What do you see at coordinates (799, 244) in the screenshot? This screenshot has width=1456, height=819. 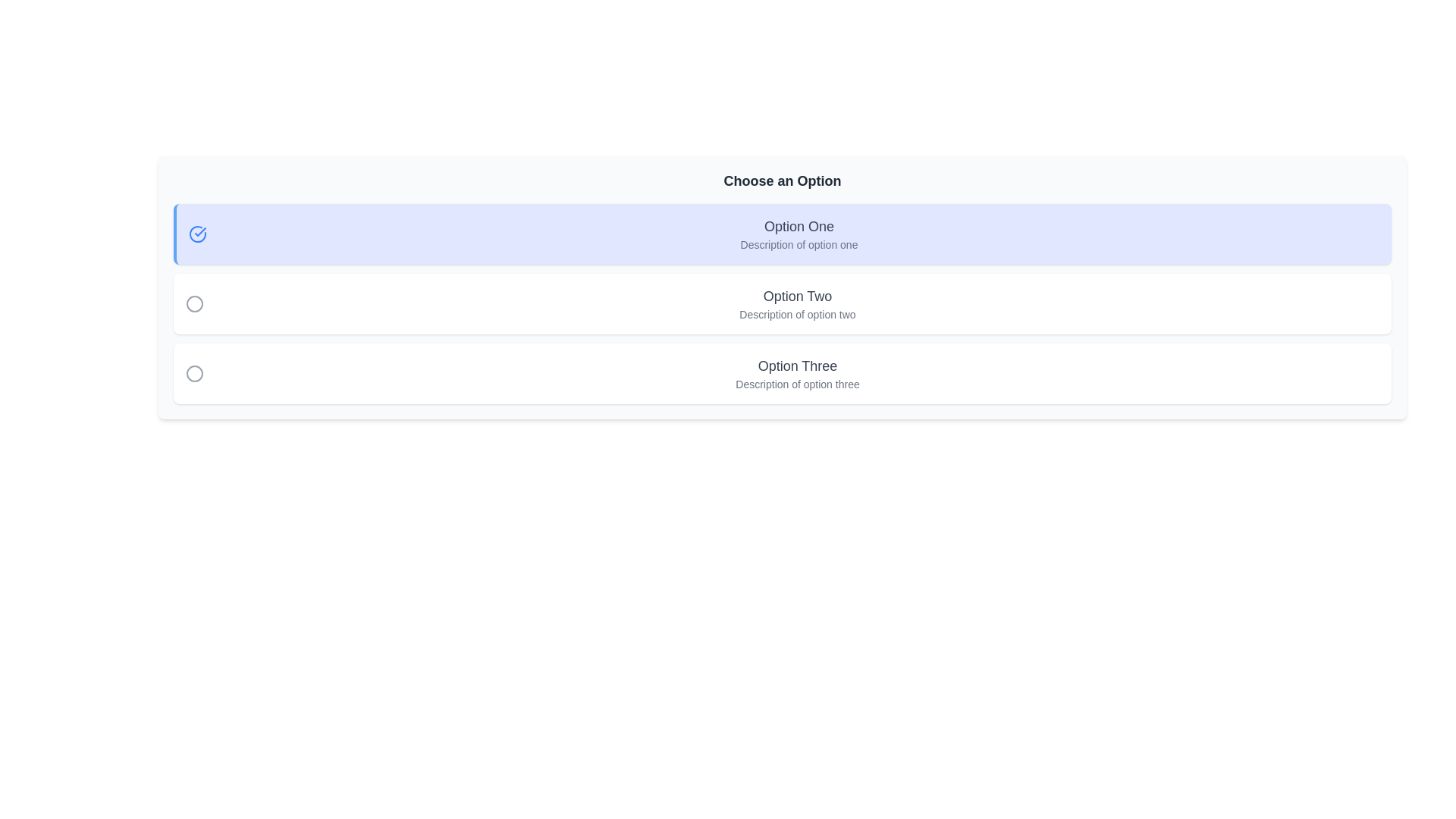 I see `text of the label located directly underneath the header titled 'Option One', which describes the first selectable option` at bounding box center [799, 244].